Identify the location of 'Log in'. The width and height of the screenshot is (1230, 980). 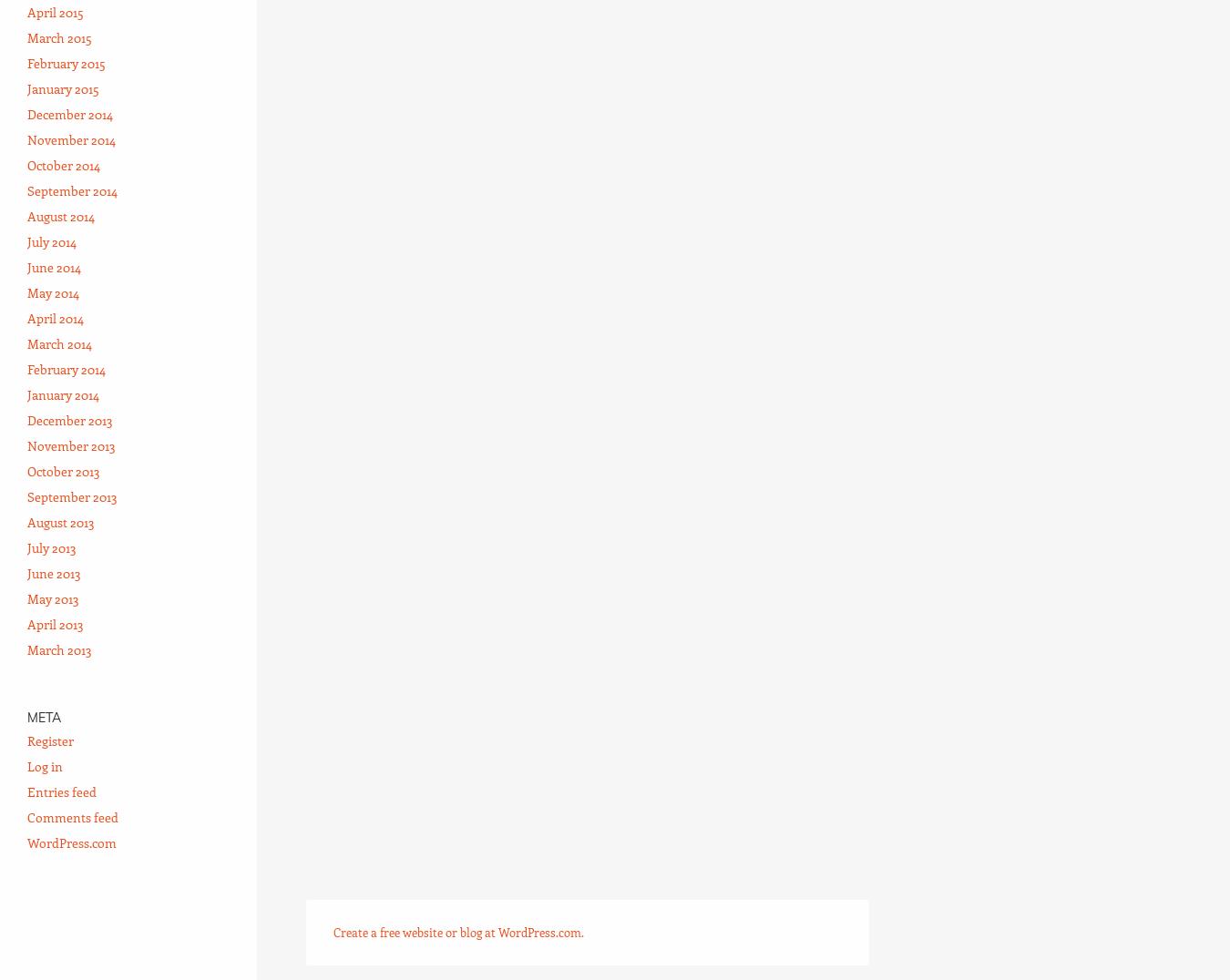
(26, 764).